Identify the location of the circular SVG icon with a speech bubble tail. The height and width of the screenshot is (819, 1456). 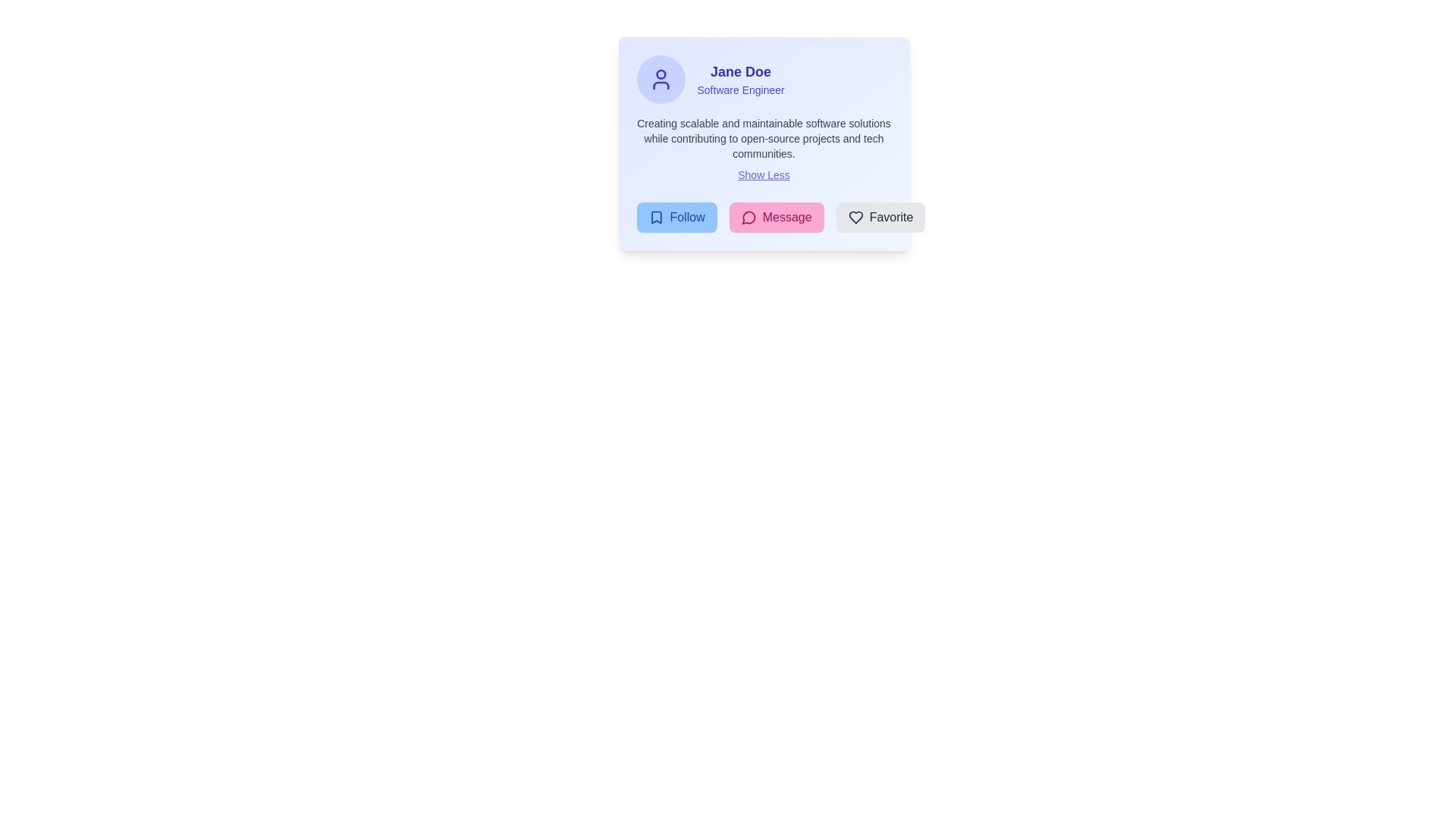
(748, 218).